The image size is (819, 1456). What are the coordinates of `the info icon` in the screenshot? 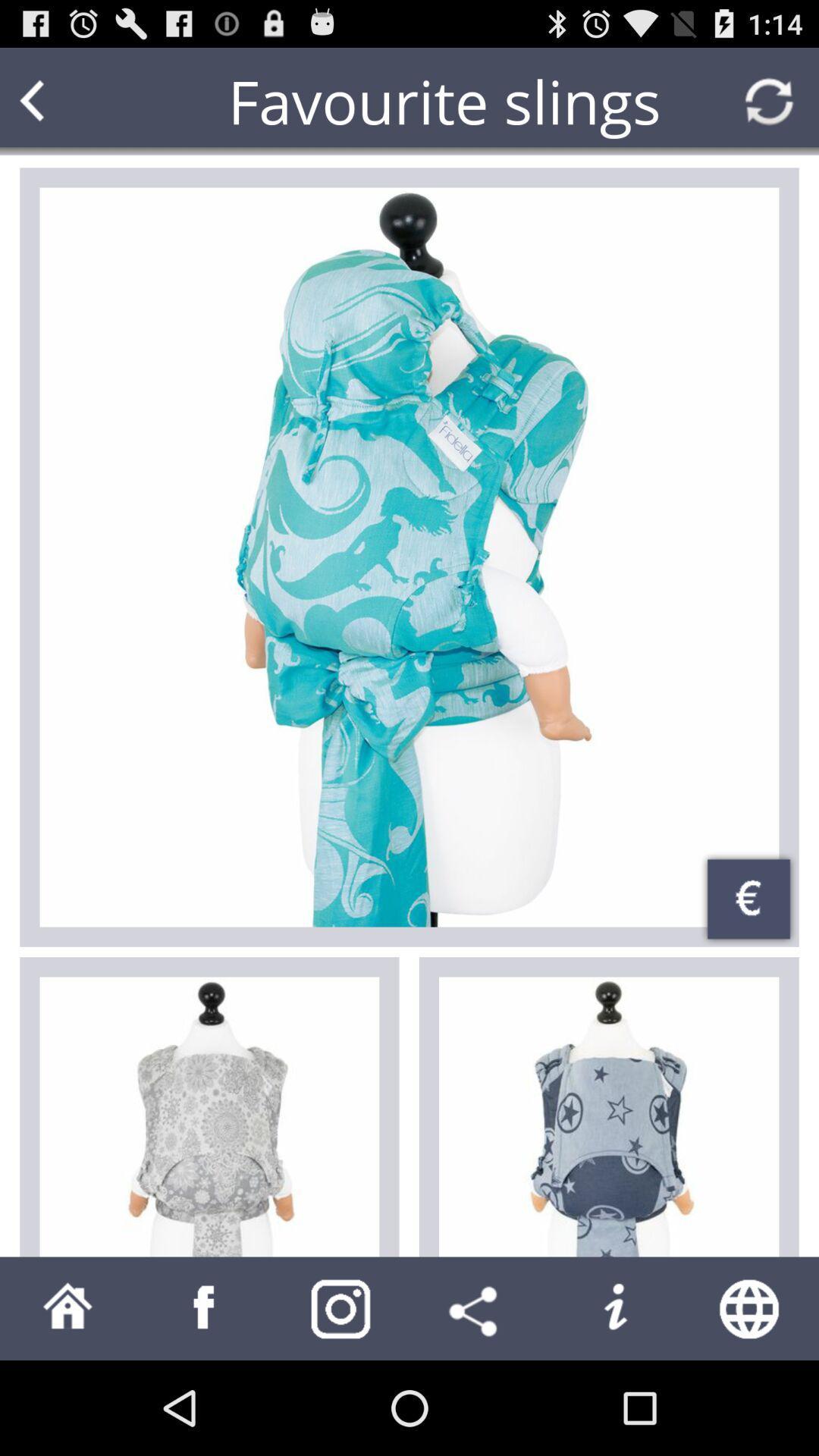 It's located at (614, 1400).